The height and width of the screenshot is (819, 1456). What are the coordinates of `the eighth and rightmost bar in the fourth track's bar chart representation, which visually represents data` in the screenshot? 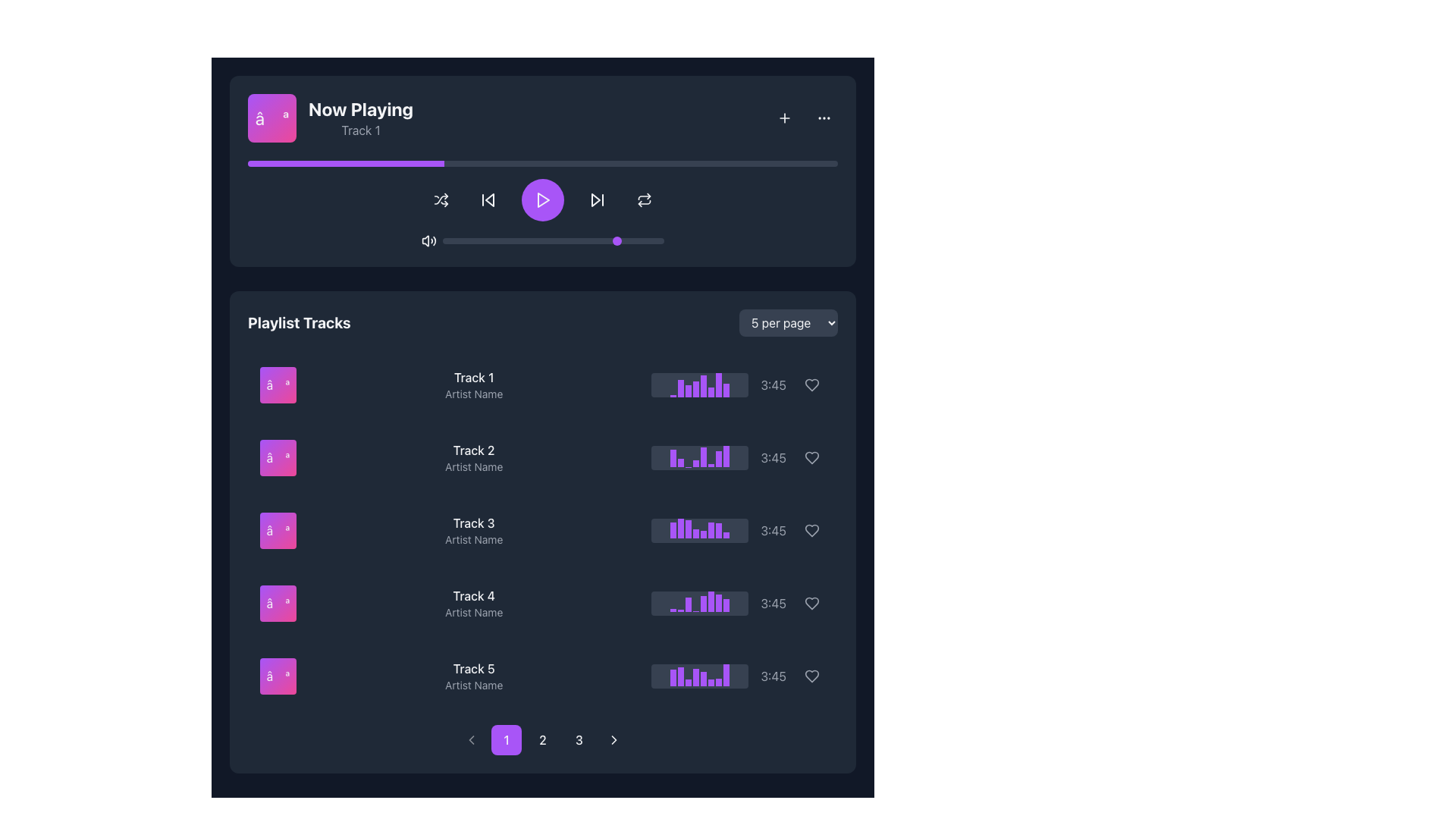 It's located at (726, 604).